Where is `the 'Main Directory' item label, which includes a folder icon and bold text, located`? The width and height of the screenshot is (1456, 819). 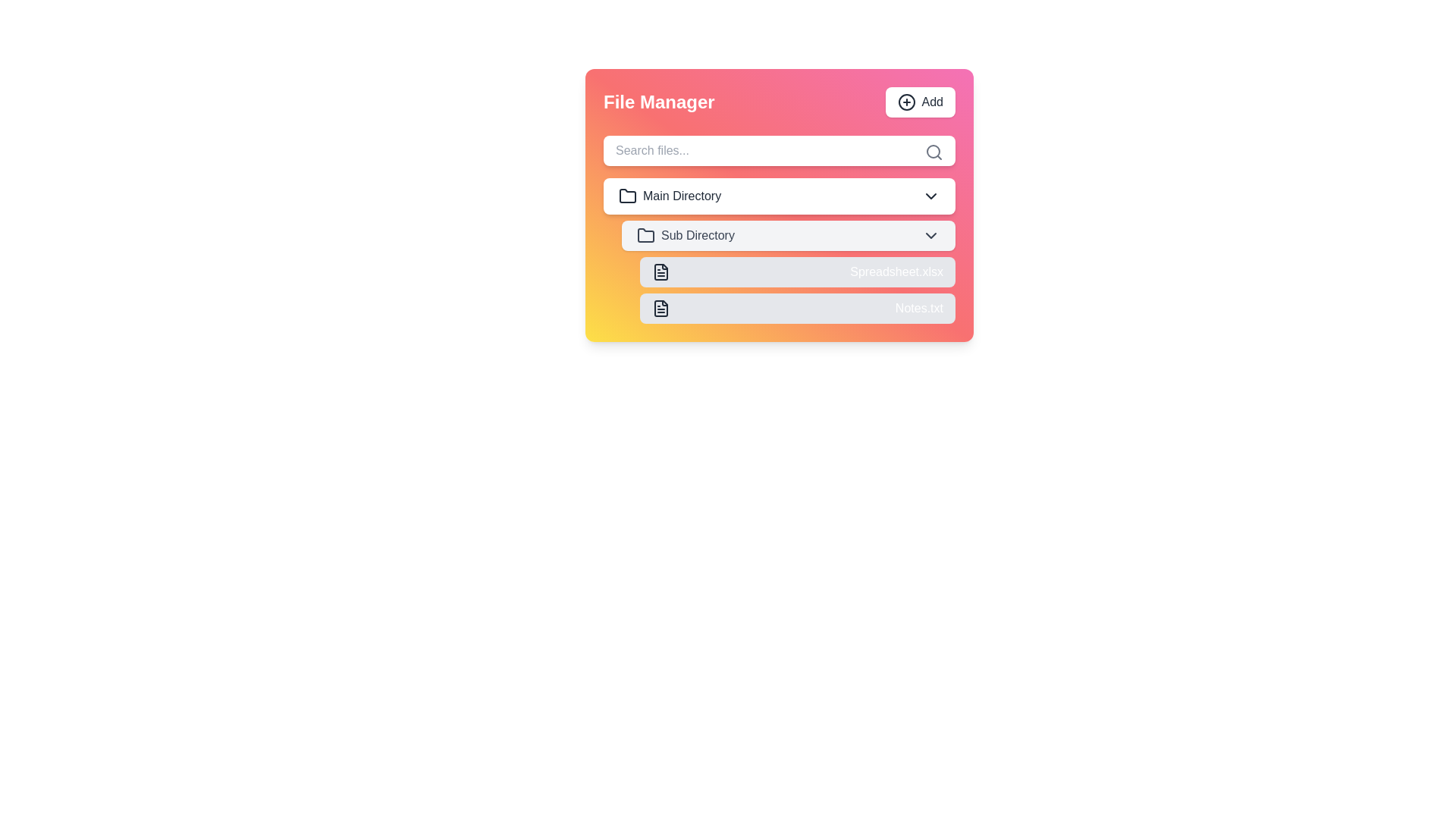 the 'Main Directory' item label, which includes a folder icon and bold text, located is located at coordinates (669, 195).